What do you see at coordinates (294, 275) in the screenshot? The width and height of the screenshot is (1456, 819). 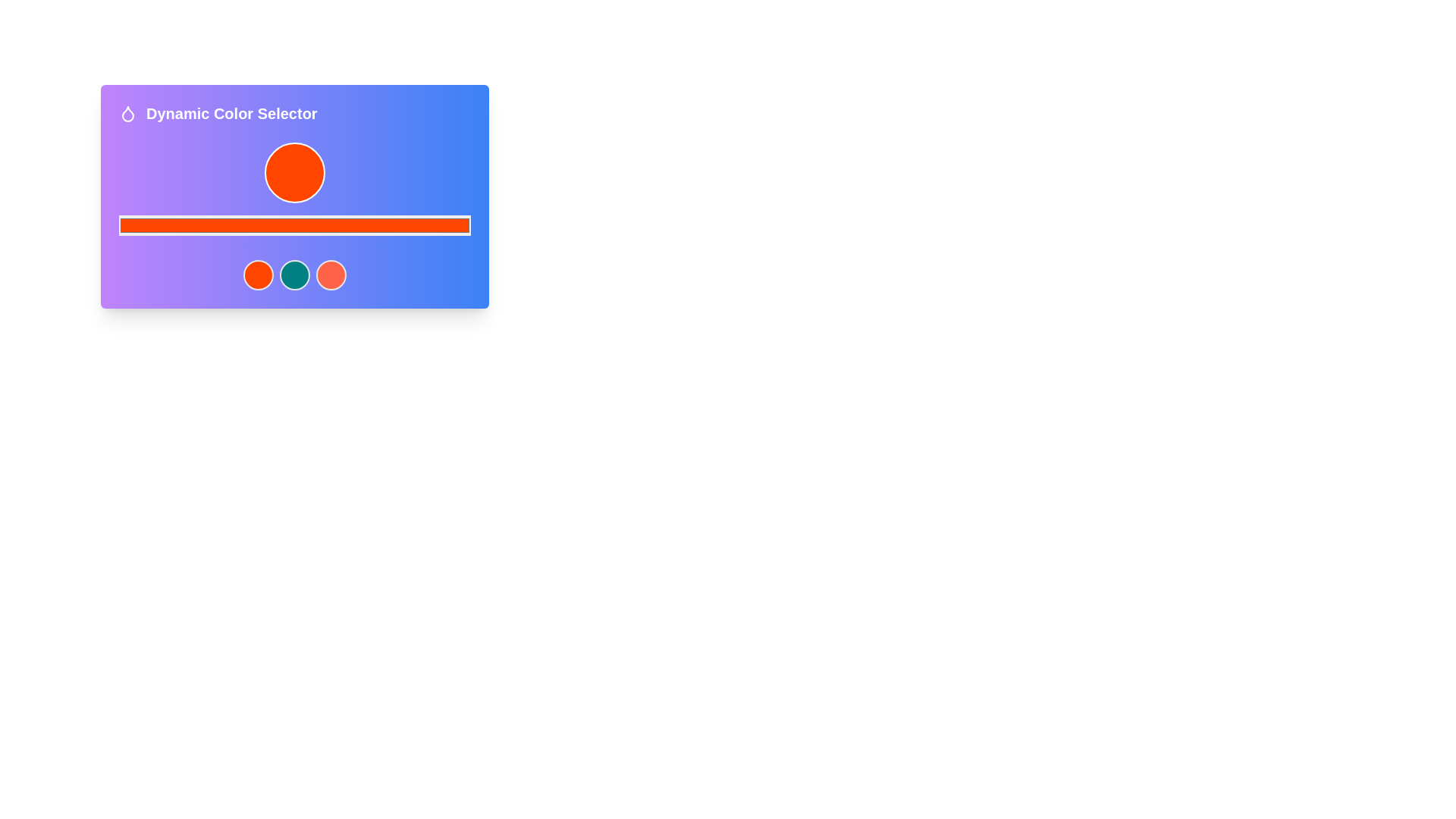 I see `the teal button from a group of three horizontally aligned circular buttons, each with distinct colors, located at the bottom section of the interface` at bounding box center [294, 275].